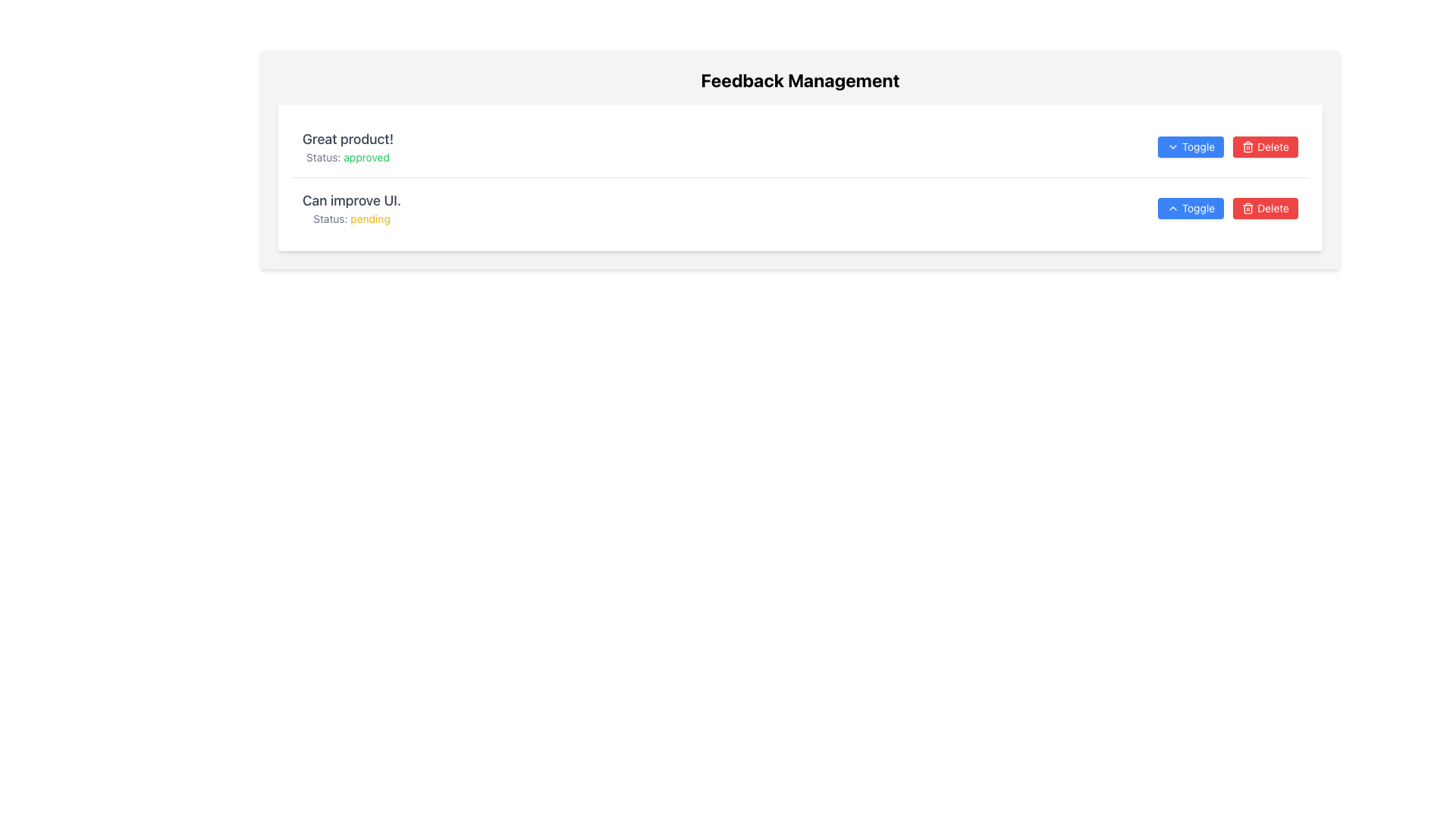 This screenshot has height=819, width=1456. I want to click on the toggle button located to the right of the second feedback row, which is the first button in the interactive group and is positioned to the left of the 'Delete' button, so click(1190, 208).